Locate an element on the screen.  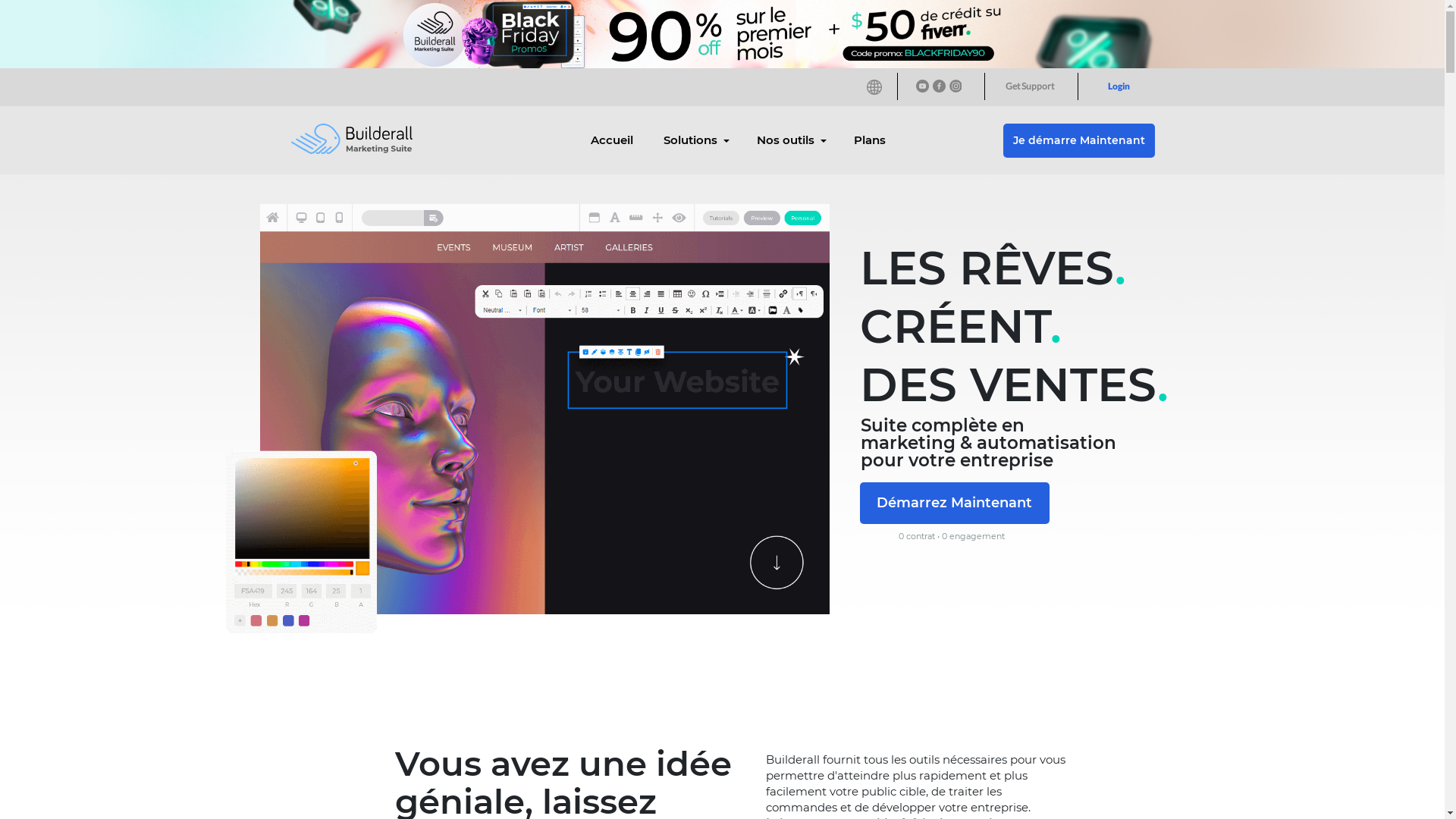
'Login' is located at coordinates (1118, 86).